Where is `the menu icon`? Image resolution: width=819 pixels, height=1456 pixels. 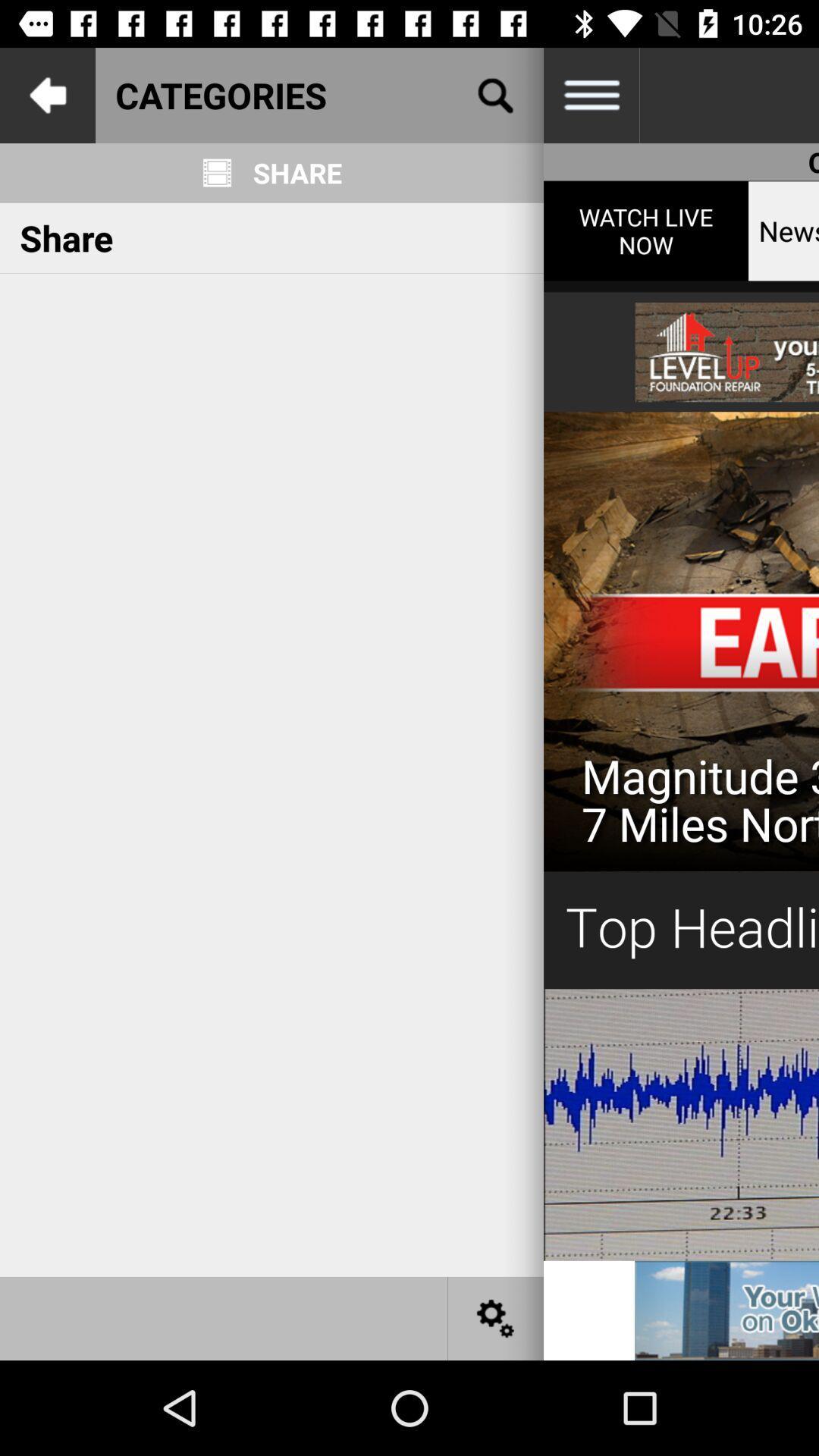
the menu icon is located at coordinates (590, 94).